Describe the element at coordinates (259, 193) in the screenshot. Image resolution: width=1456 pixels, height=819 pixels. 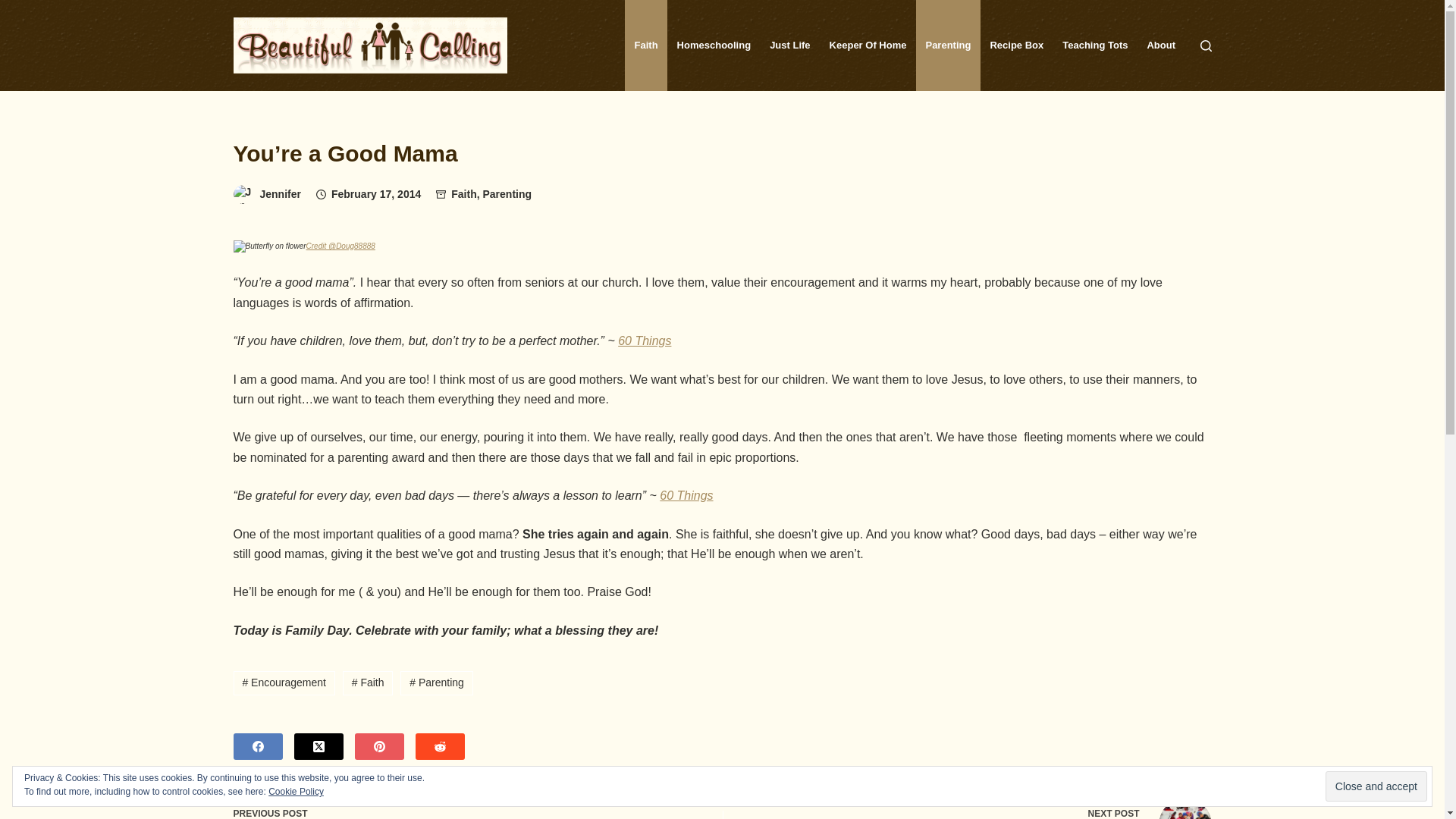
I see `'Jennifer'` at that location.